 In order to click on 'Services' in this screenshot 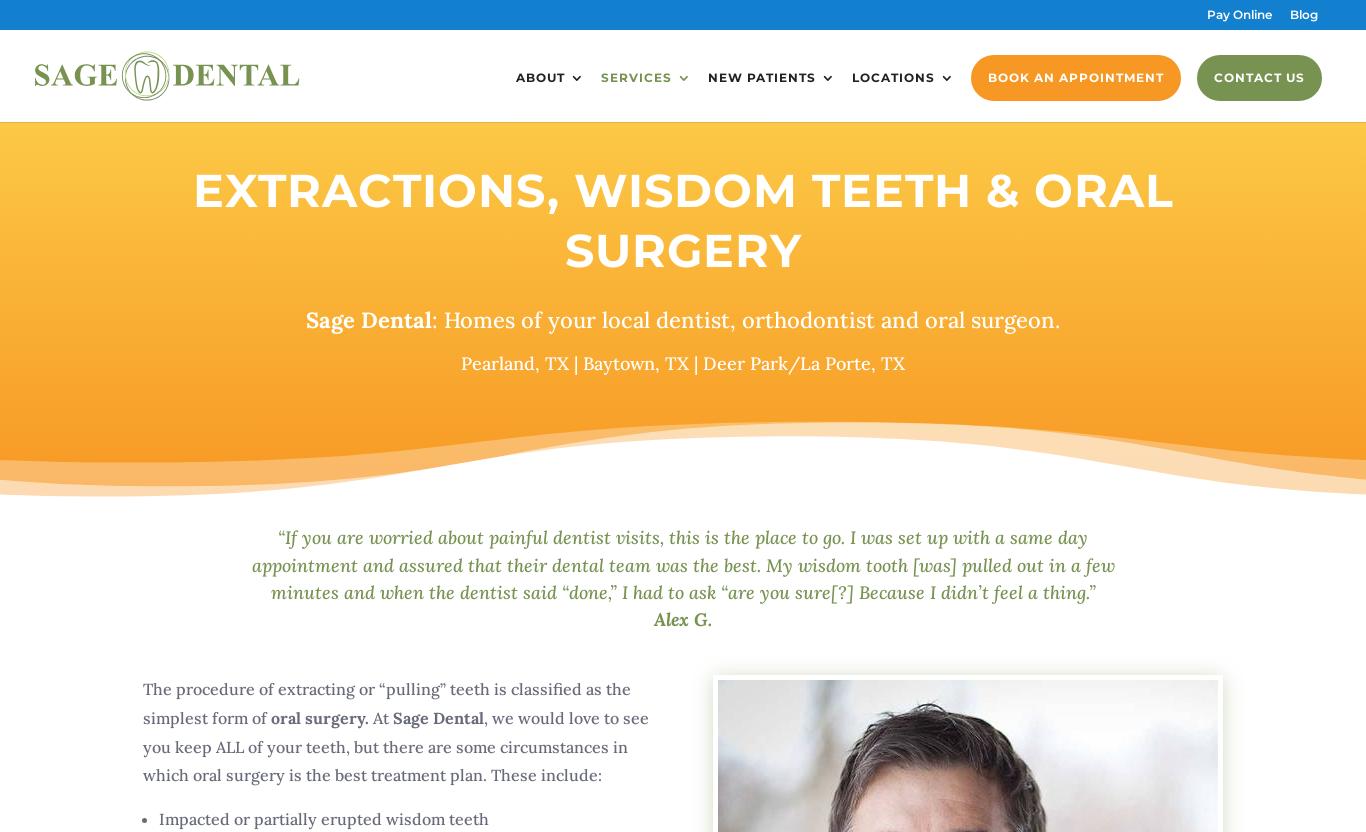, I will do `click(635, 76)`.